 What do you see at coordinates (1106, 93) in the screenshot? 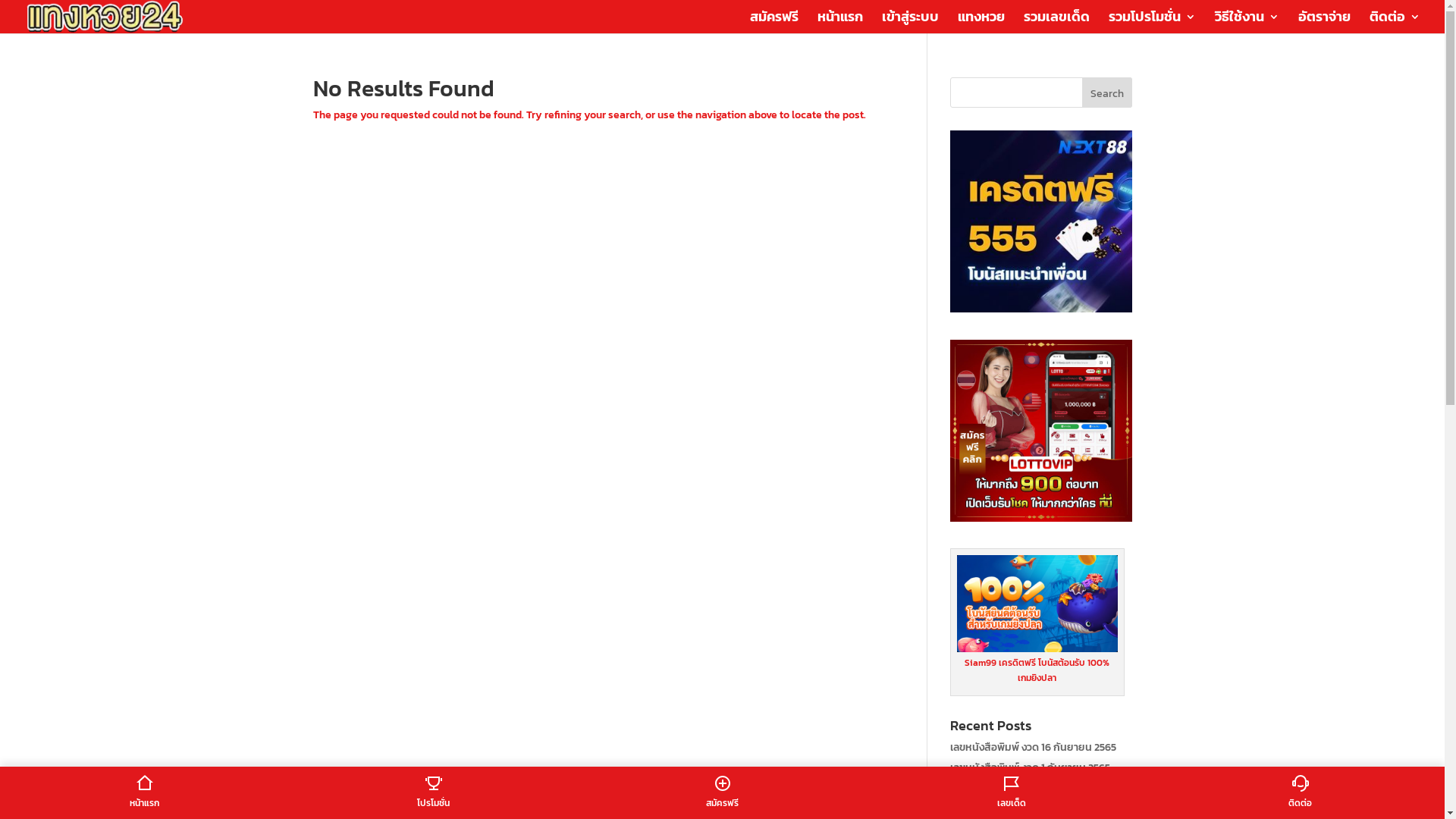
I see `'Search'` at bounding box center [1106, 93].